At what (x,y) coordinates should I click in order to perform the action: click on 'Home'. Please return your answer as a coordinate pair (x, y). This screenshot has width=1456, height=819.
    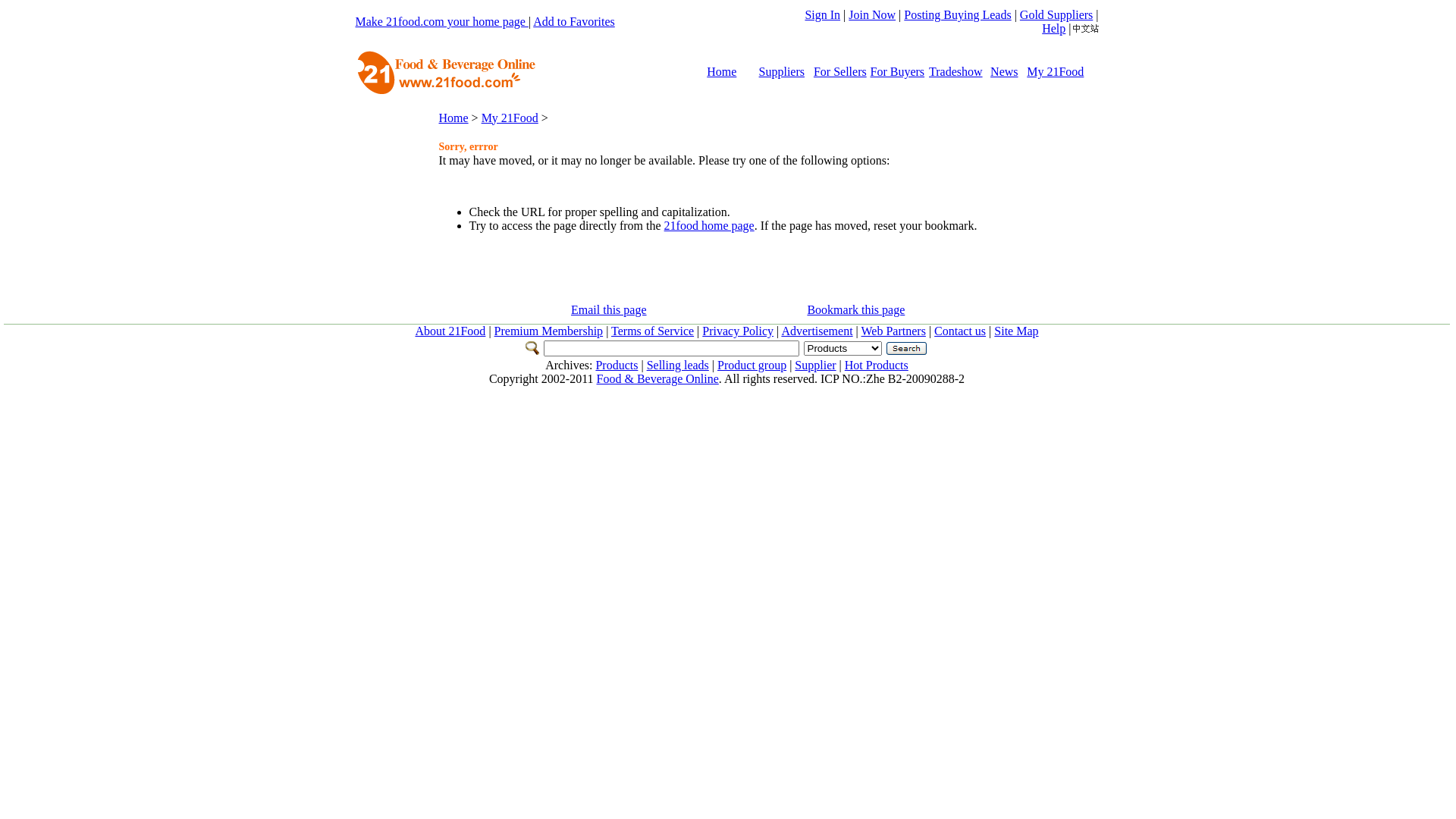
    Looking at the image, I should click on (452, 116).